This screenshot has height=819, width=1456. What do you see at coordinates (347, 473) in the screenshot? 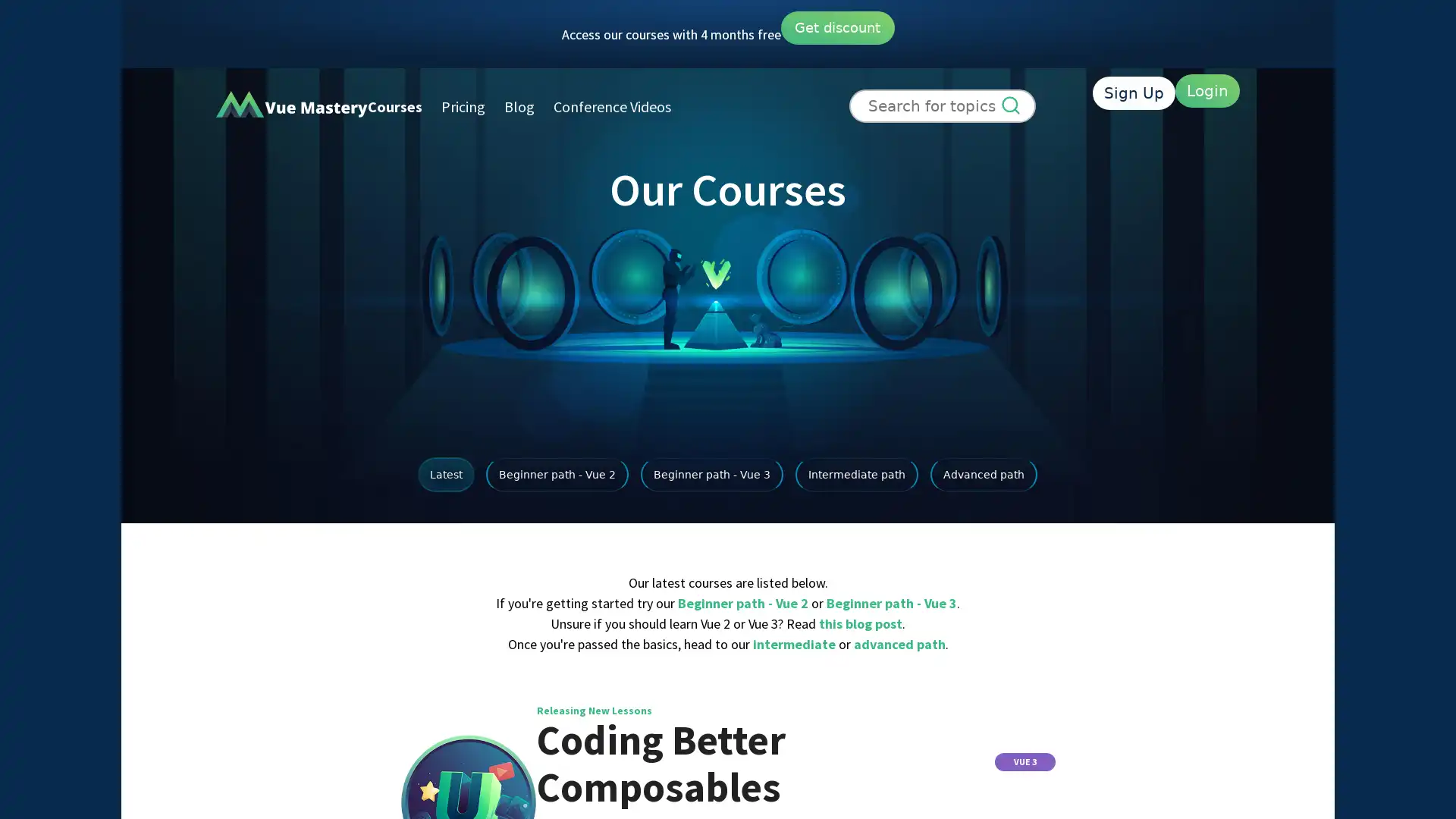
I see `Latest` at bounding box center [347, 473].